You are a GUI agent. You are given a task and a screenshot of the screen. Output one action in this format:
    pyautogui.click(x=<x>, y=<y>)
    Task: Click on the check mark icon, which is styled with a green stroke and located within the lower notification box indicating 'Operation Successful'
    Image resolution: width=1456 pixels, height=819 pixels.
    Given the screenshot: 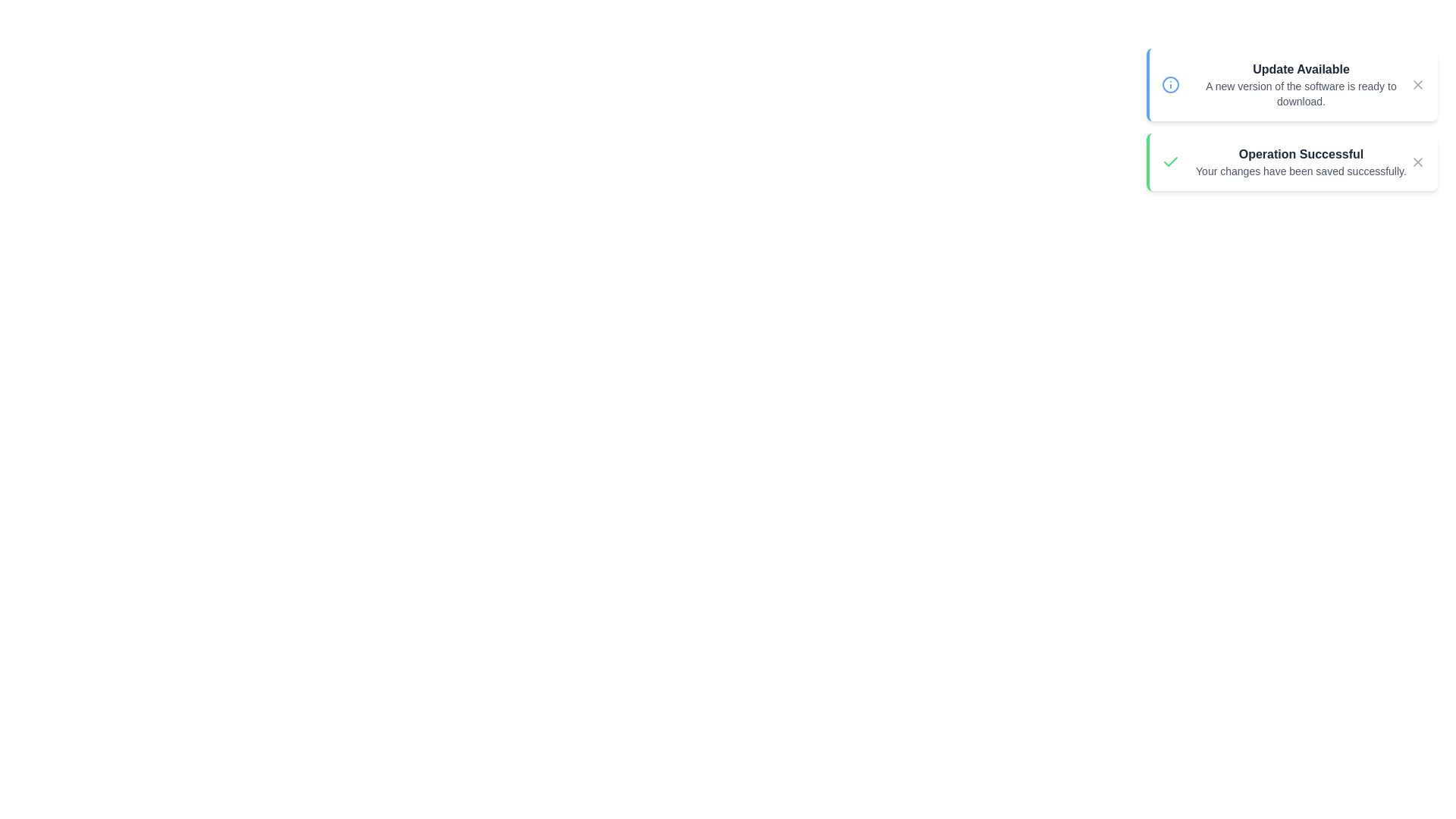 What is the action you would take?
    pyautogui.click(x=1170, y=162)
    